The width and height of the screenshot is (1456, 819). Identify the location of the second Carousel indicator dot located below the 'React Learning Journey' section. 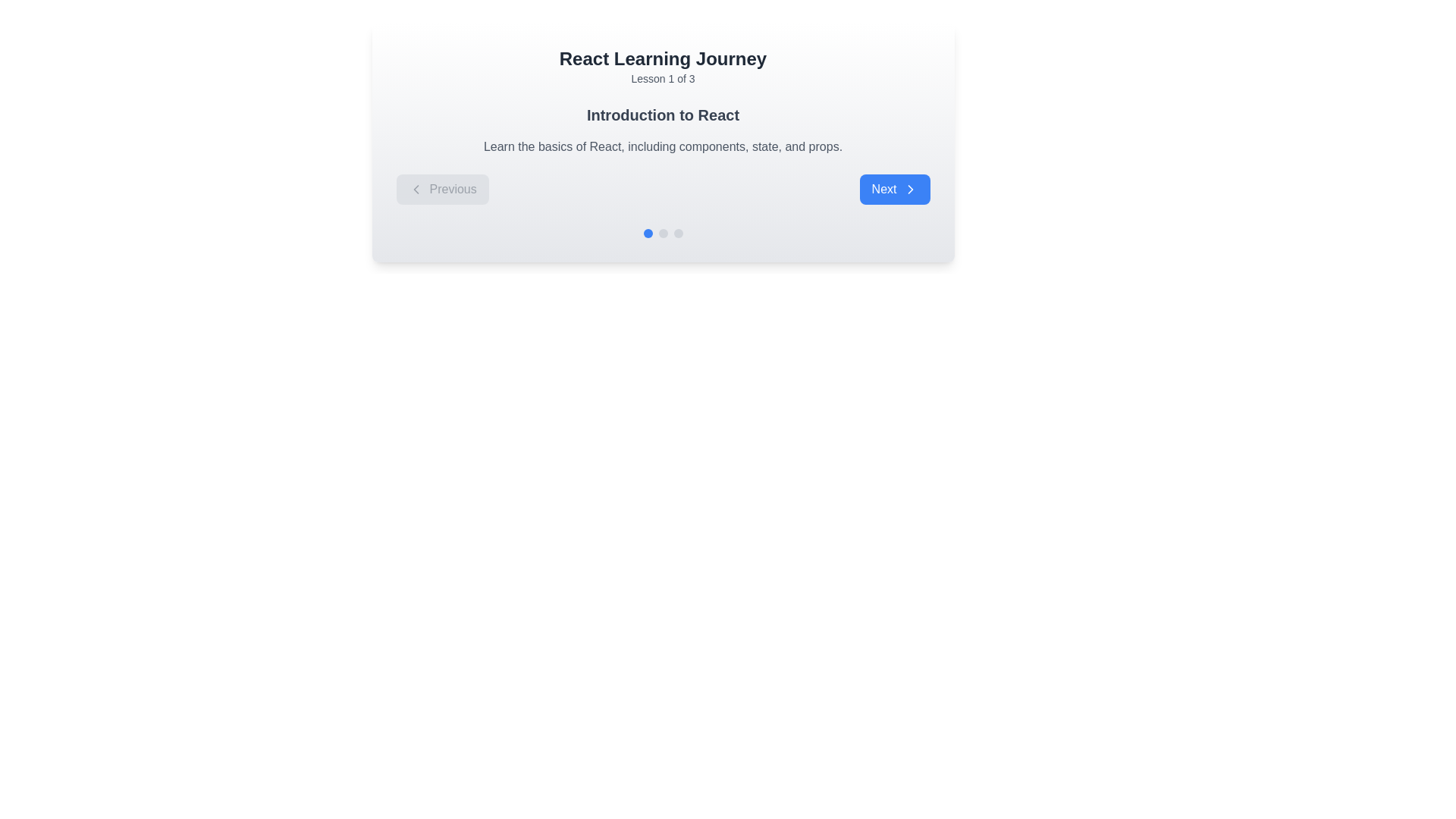
(663, 234).